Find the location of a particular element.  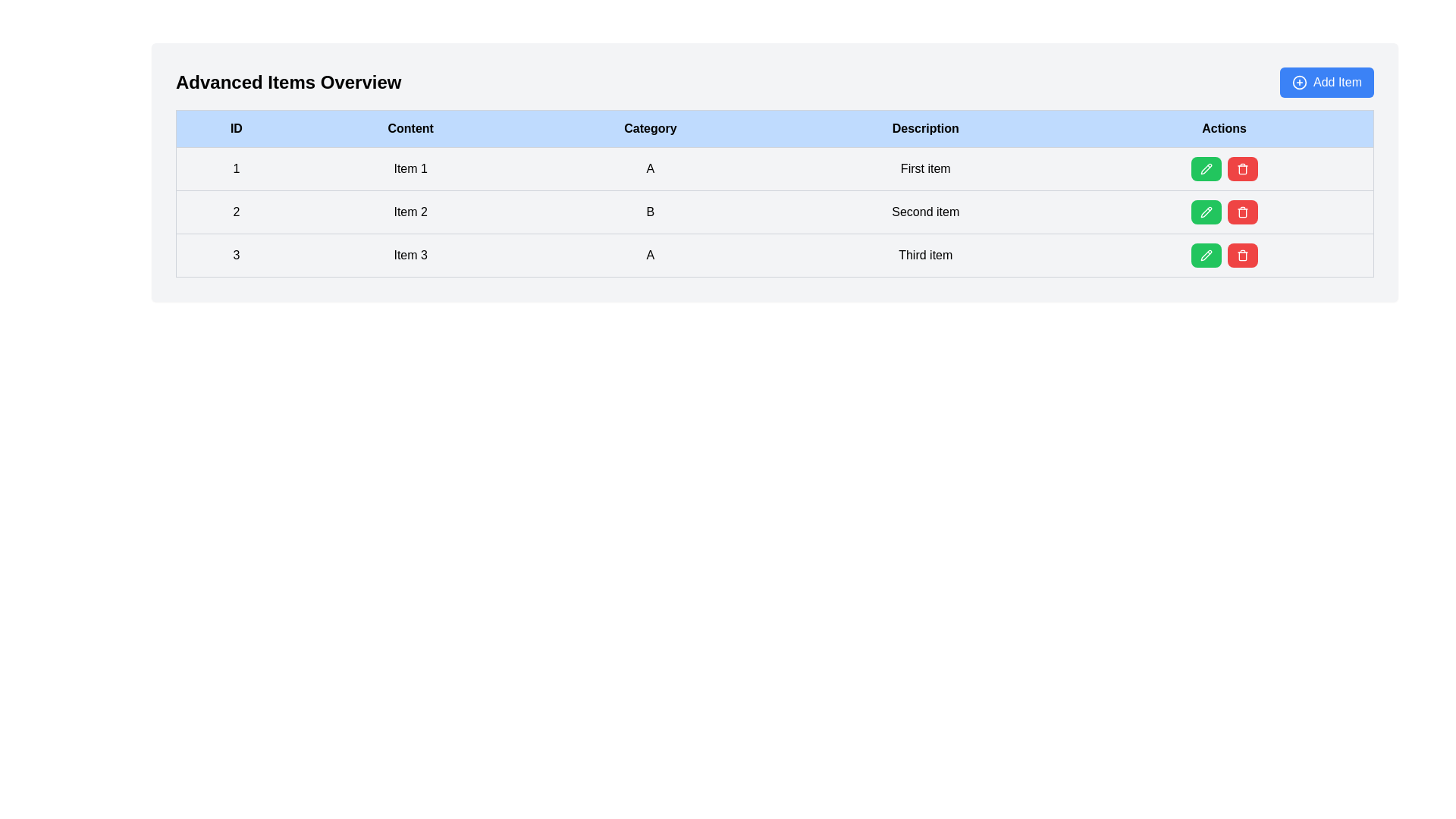

the Table Header Cell labeled 'Category', which is the third column in the header row of the data table, located between 'Content' and 'Description' is located at coordinates (650, 127).